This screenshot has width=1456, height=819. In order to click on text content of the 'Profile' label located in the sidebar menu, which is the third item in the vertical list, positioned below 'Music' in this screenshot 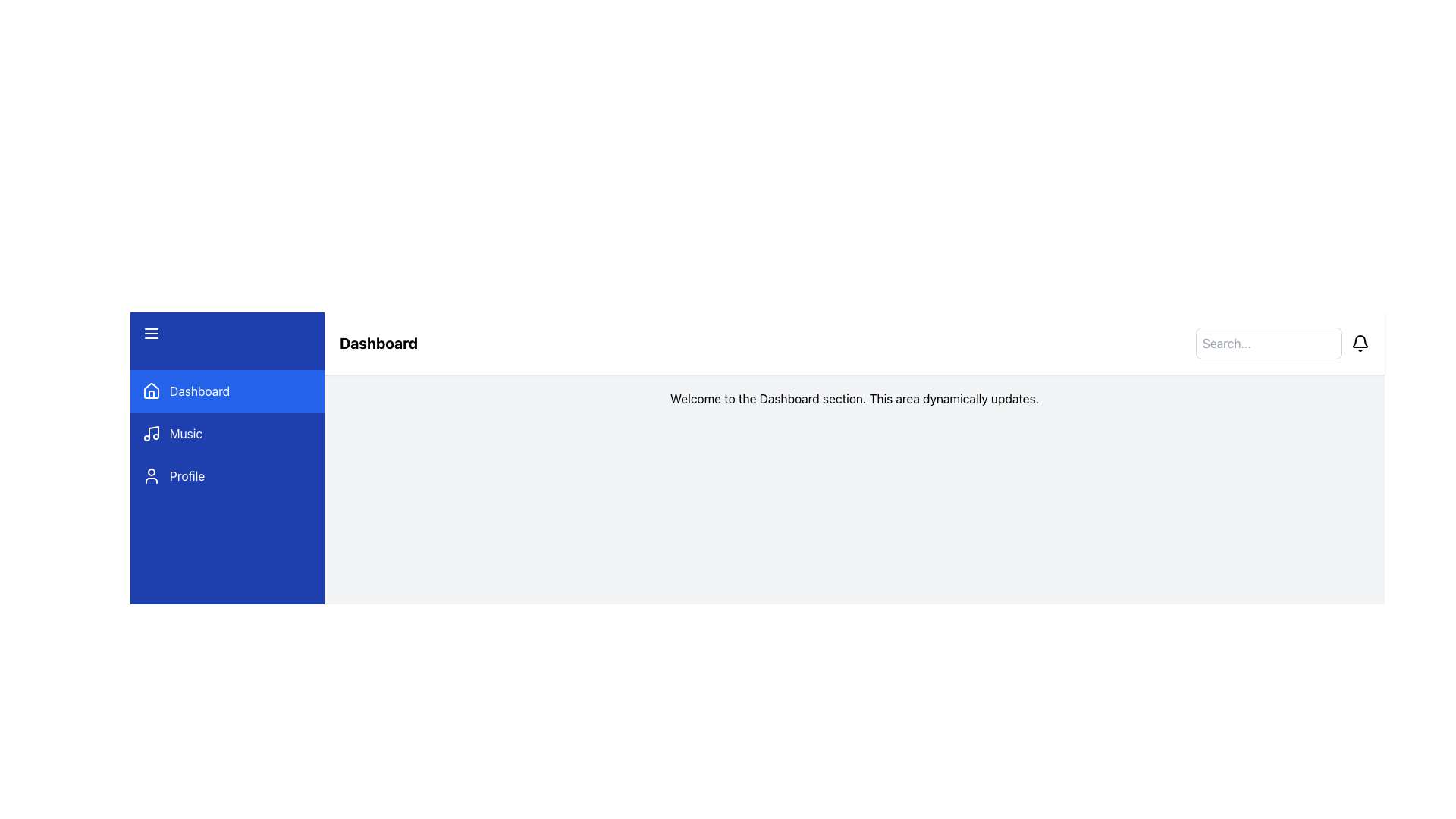, I will do `click(187, 475)`.